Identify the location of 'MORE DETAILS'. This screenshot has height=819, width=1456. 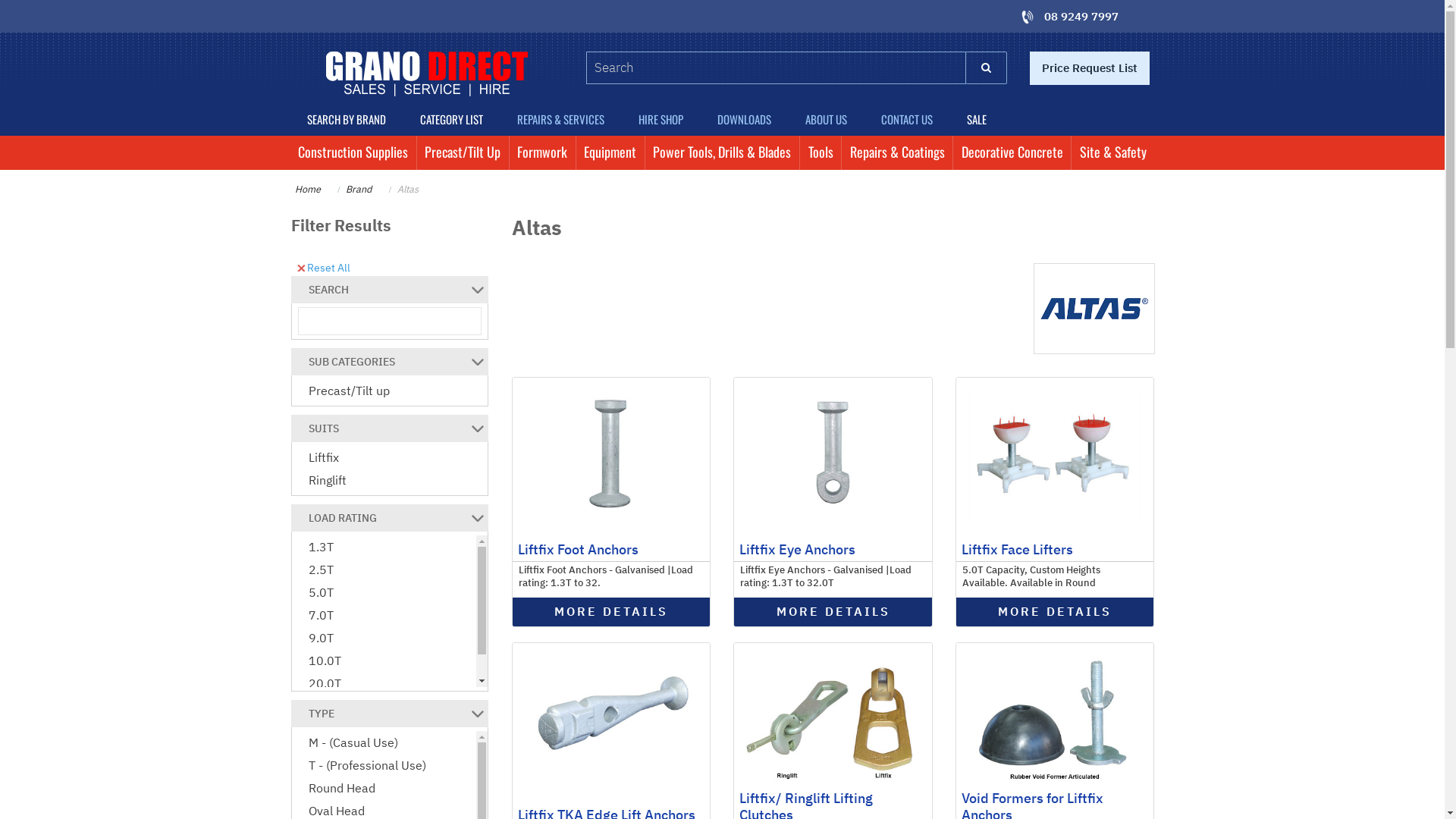
(734, 610).